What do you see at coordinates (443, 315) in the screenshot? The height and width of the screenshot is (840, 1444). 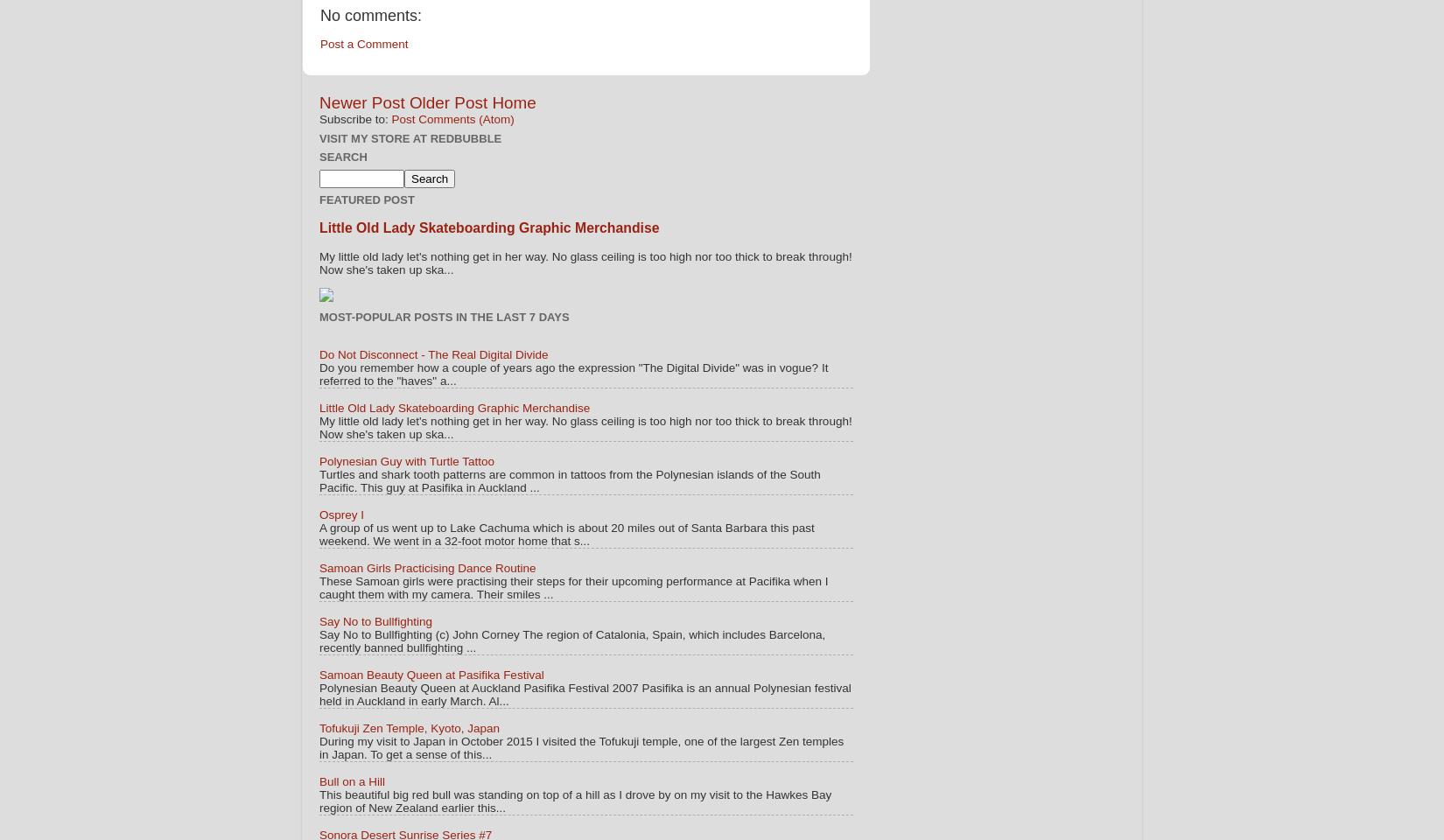 I see `'Most-Popular Posts in the Last 7 Days'` at bounding box center [443, 315].